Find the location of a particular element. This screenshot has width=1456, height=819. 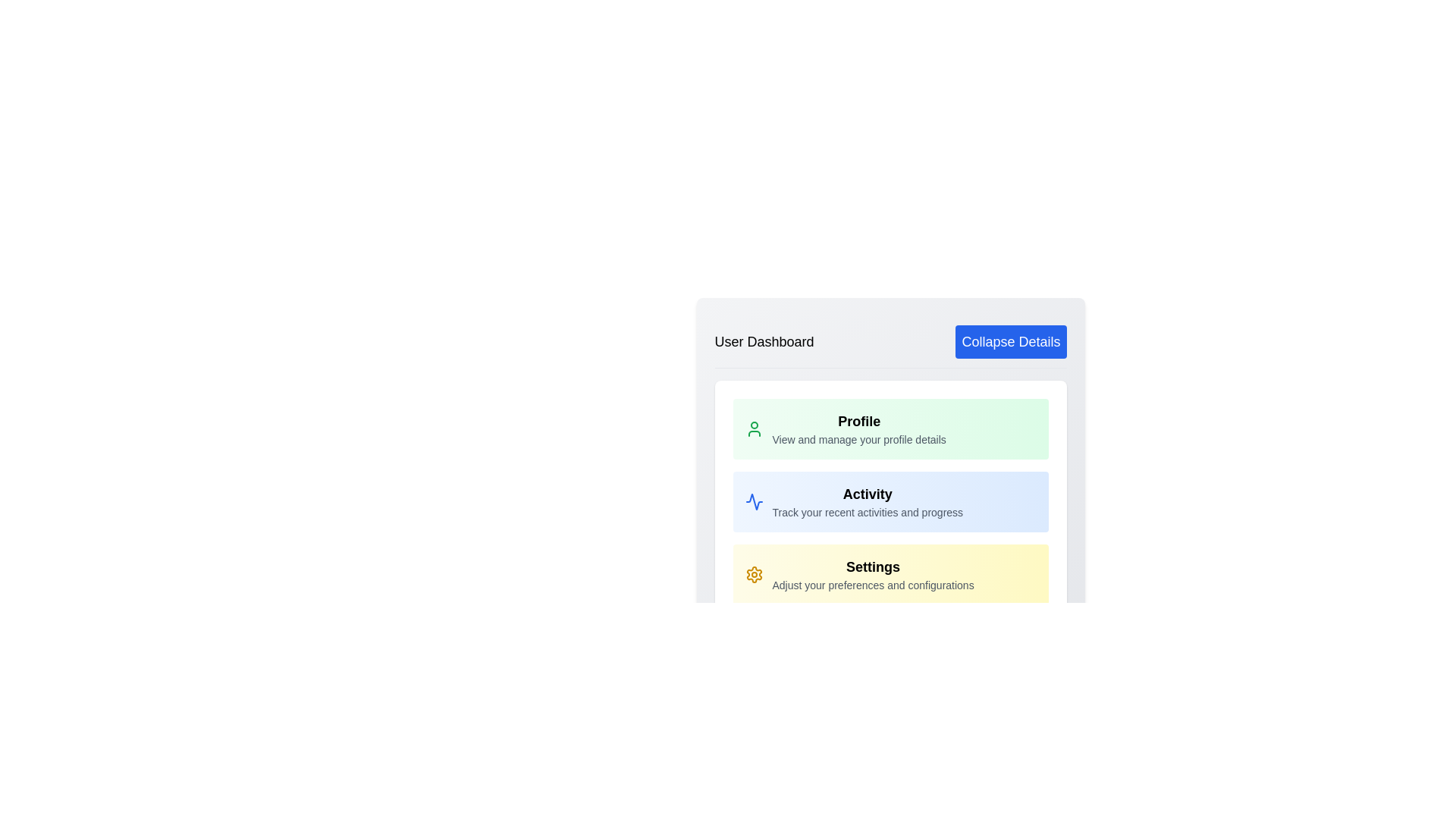

the clickable card element at the top-center of the dashboard layout is located at coordinates (859, 429).